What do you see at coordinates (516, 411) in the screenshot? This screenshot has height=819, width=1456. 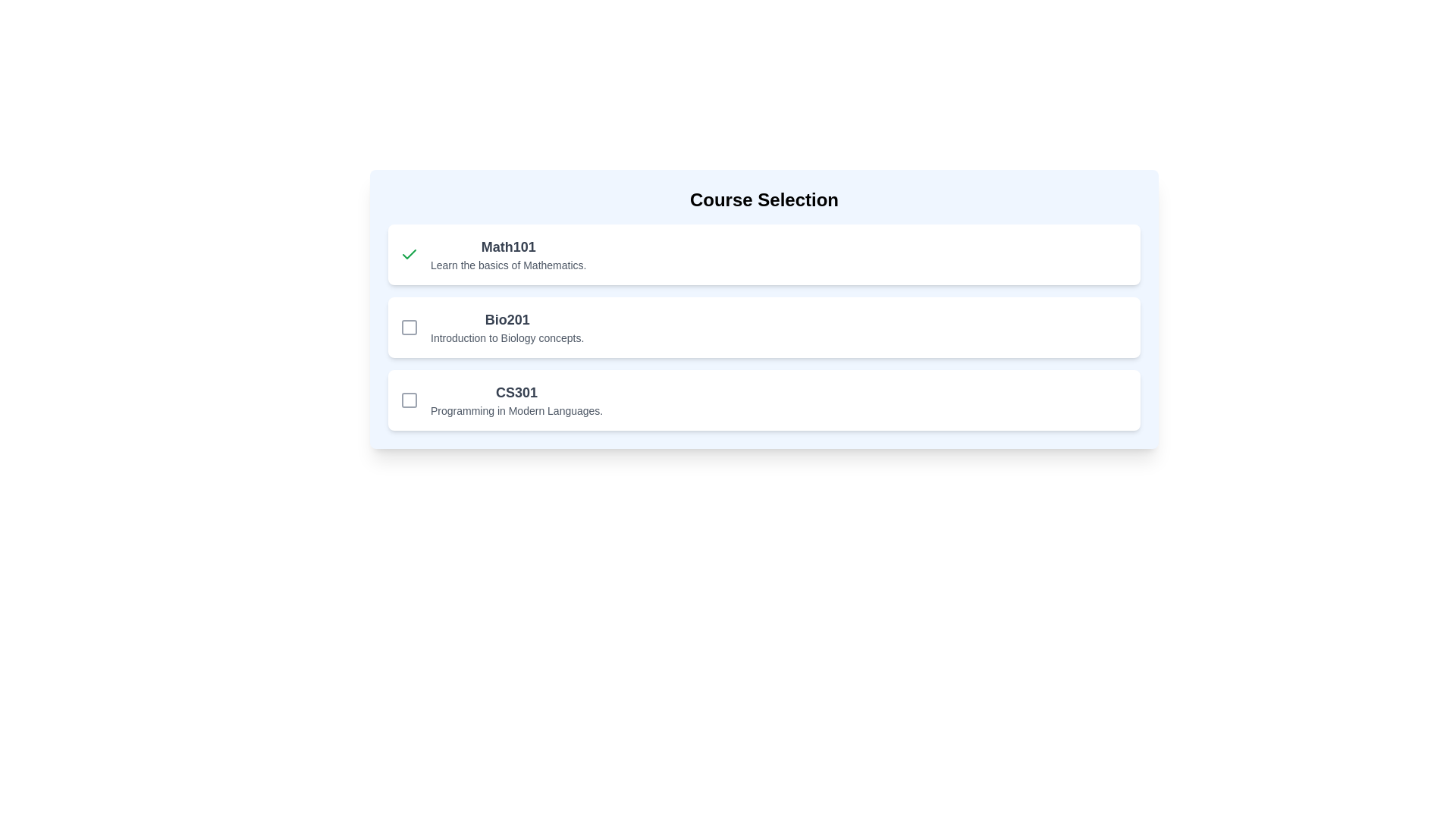 I see `the text element that reads 'Programming in Modern Languages.' located beneath the bold heading 'CS301'` at bounding box center [516, 411].